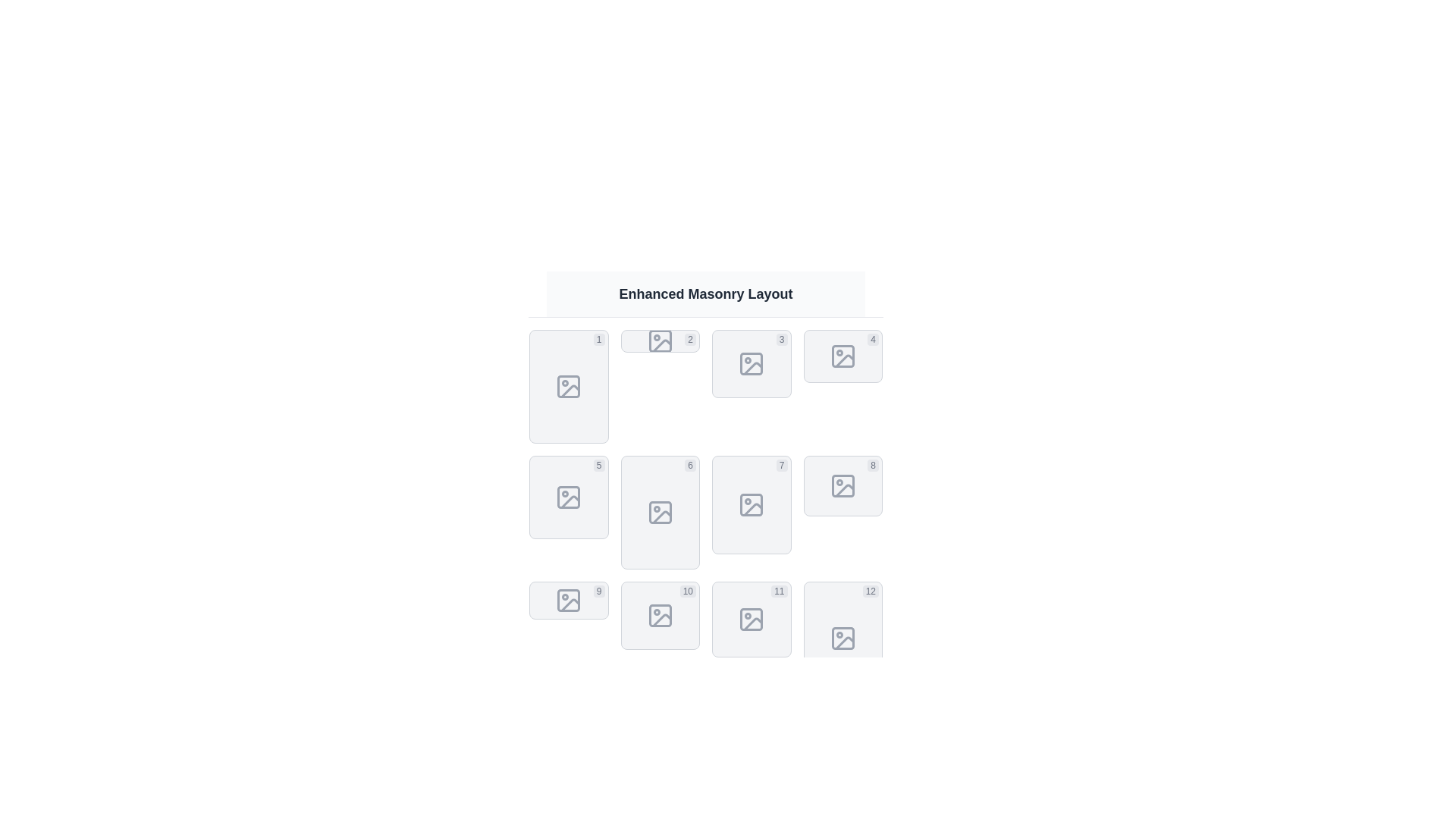  What do you see at coordinates (660, 512) in the screenshot?
I see `the grid cell that visually represents item number '6' in the second row and second column of the grid layout` at bounding box center [660, 512].